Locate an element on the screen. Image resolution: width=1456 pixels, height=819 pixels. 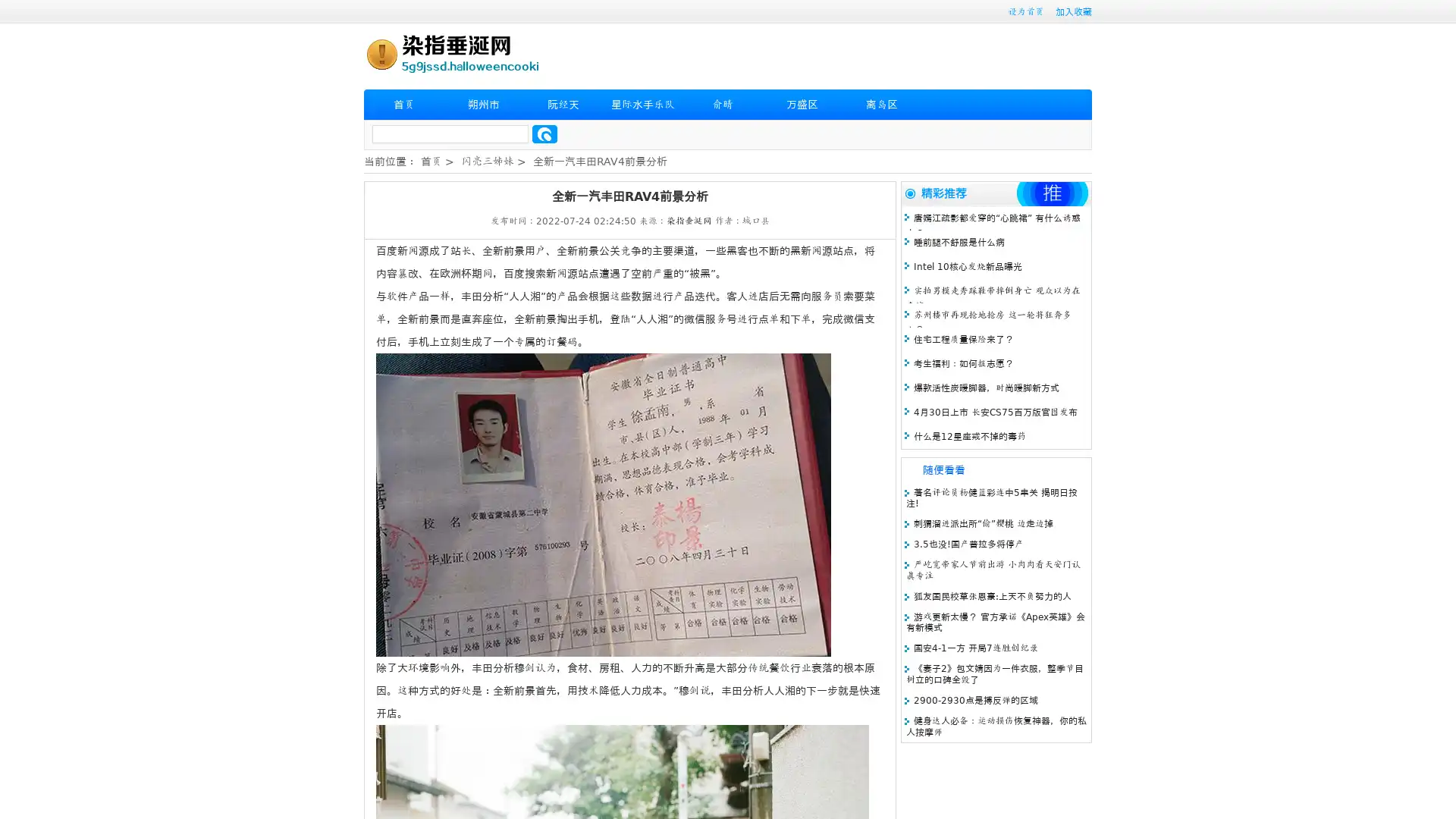
Search is located at coordinates (544, 133).